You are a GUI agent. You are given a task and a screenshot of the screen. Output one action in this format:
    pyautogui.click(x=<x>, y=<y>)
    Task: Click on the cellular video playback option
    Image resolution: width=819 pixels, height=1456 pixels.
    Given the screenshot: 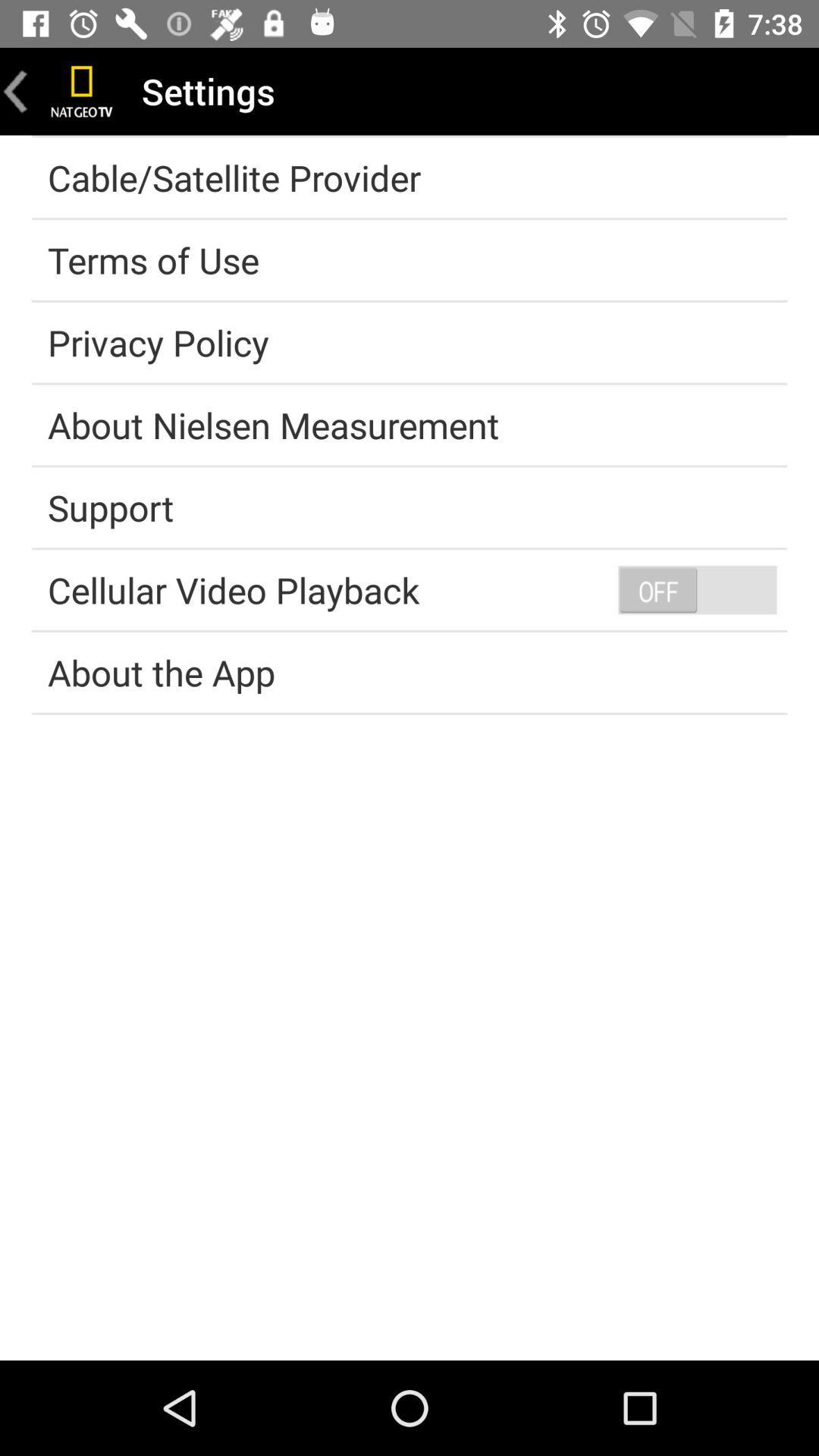 What is the action you would take?
    pyautogui.click(x=697, y=588)
    